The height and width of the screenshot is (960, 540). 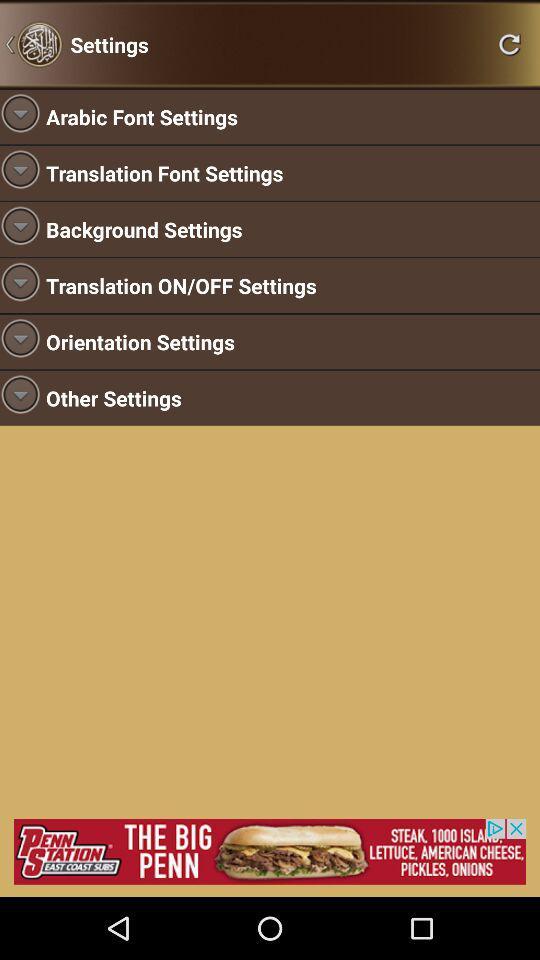 What do you see at coordinates (509, 43) in the screenshot?
I see `go back` at bounding box center [509, 43].